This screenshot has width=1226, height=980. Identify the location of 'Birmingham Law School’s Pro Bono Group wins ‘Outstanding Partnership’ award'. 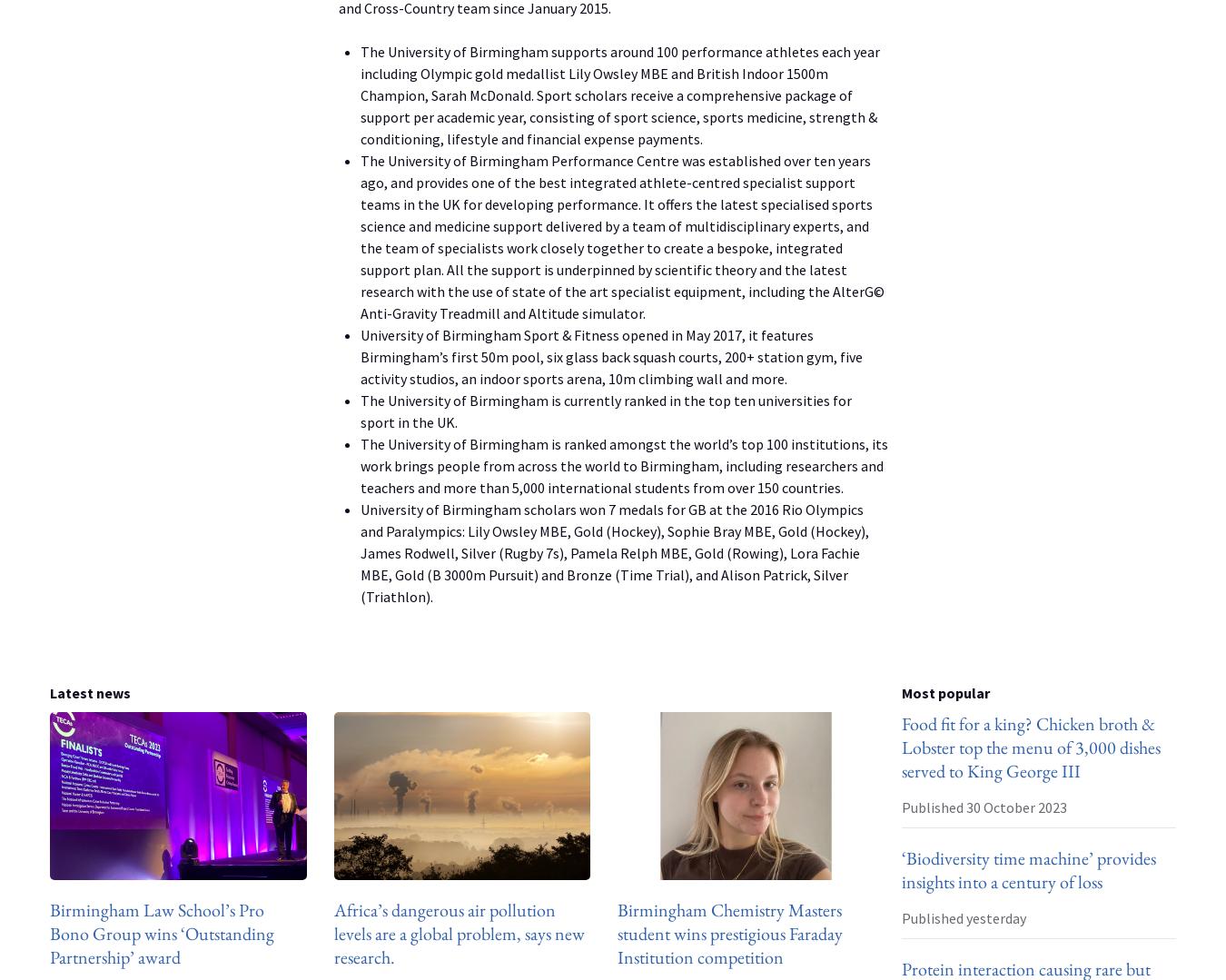
(162, 932).